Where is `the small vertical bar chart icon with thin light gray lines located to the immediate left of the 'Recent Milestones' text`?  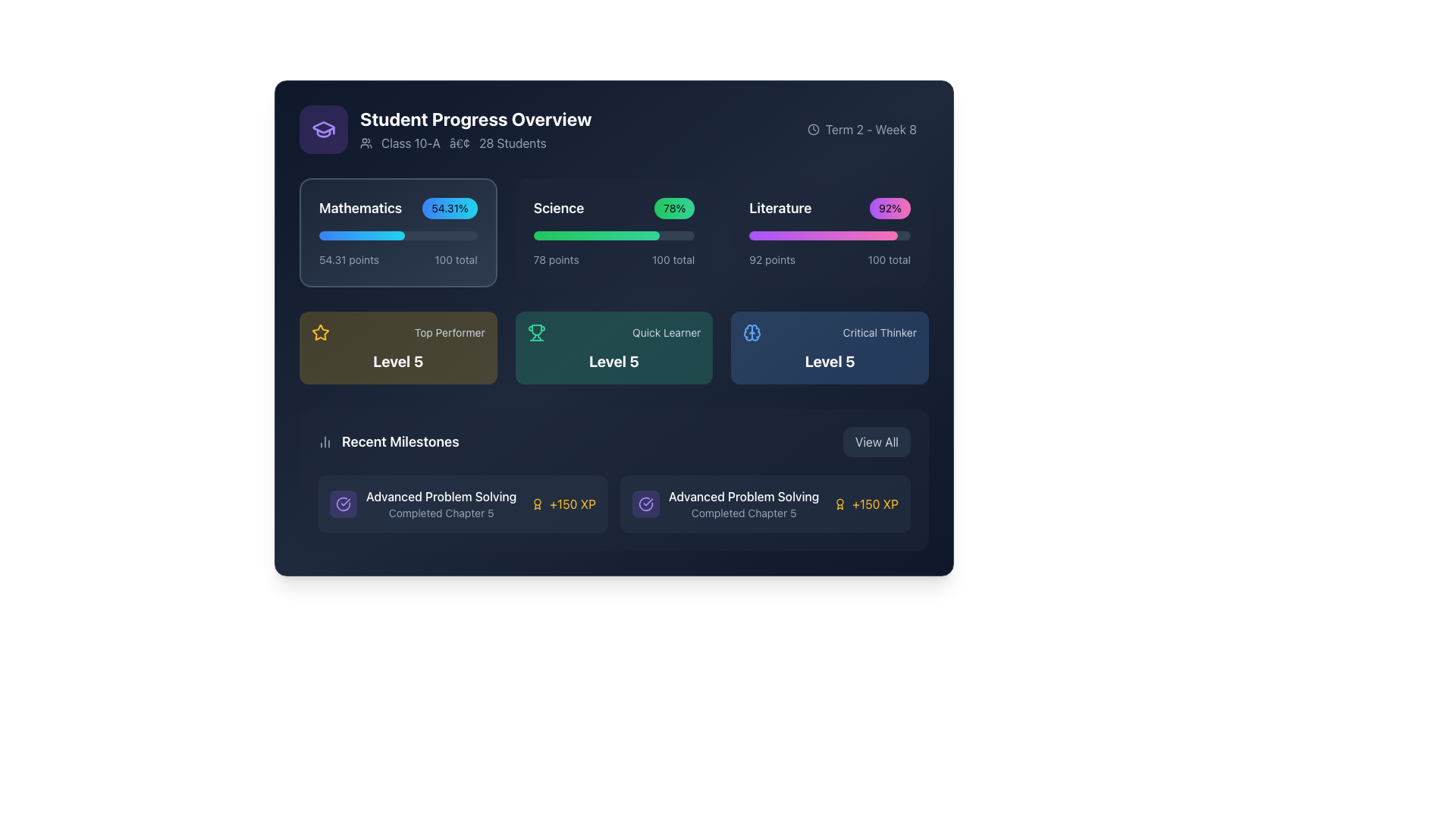 the small vertical bar chart icon with thin light gray lines located to the immediate left of the 'Recent Milestones' text is located at coordinates (324, 441).